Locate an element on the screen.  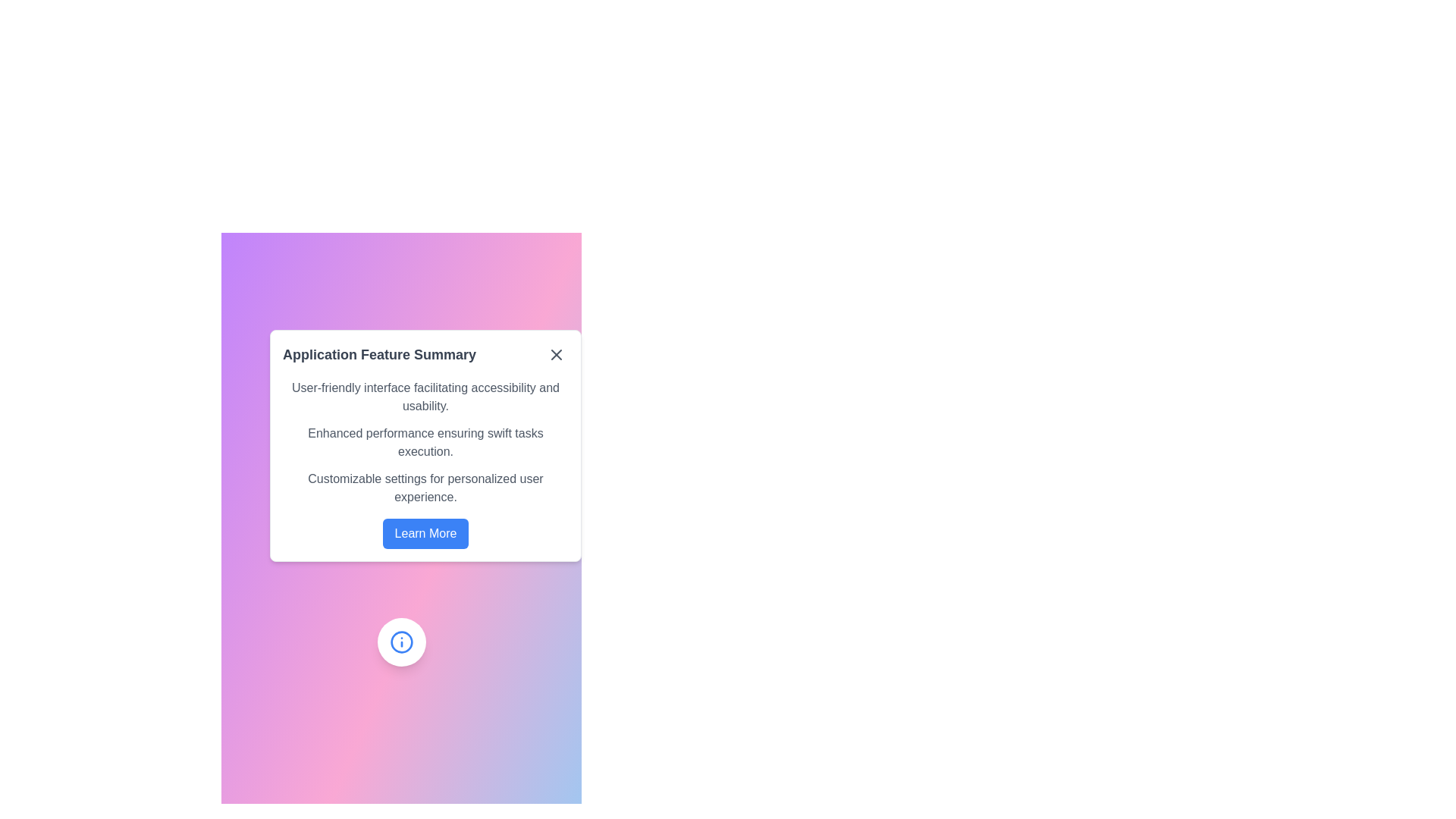
the small 'X' shaped graphical icon located in the top-right corner of the rectangular card is located at coordinates (556, 354).